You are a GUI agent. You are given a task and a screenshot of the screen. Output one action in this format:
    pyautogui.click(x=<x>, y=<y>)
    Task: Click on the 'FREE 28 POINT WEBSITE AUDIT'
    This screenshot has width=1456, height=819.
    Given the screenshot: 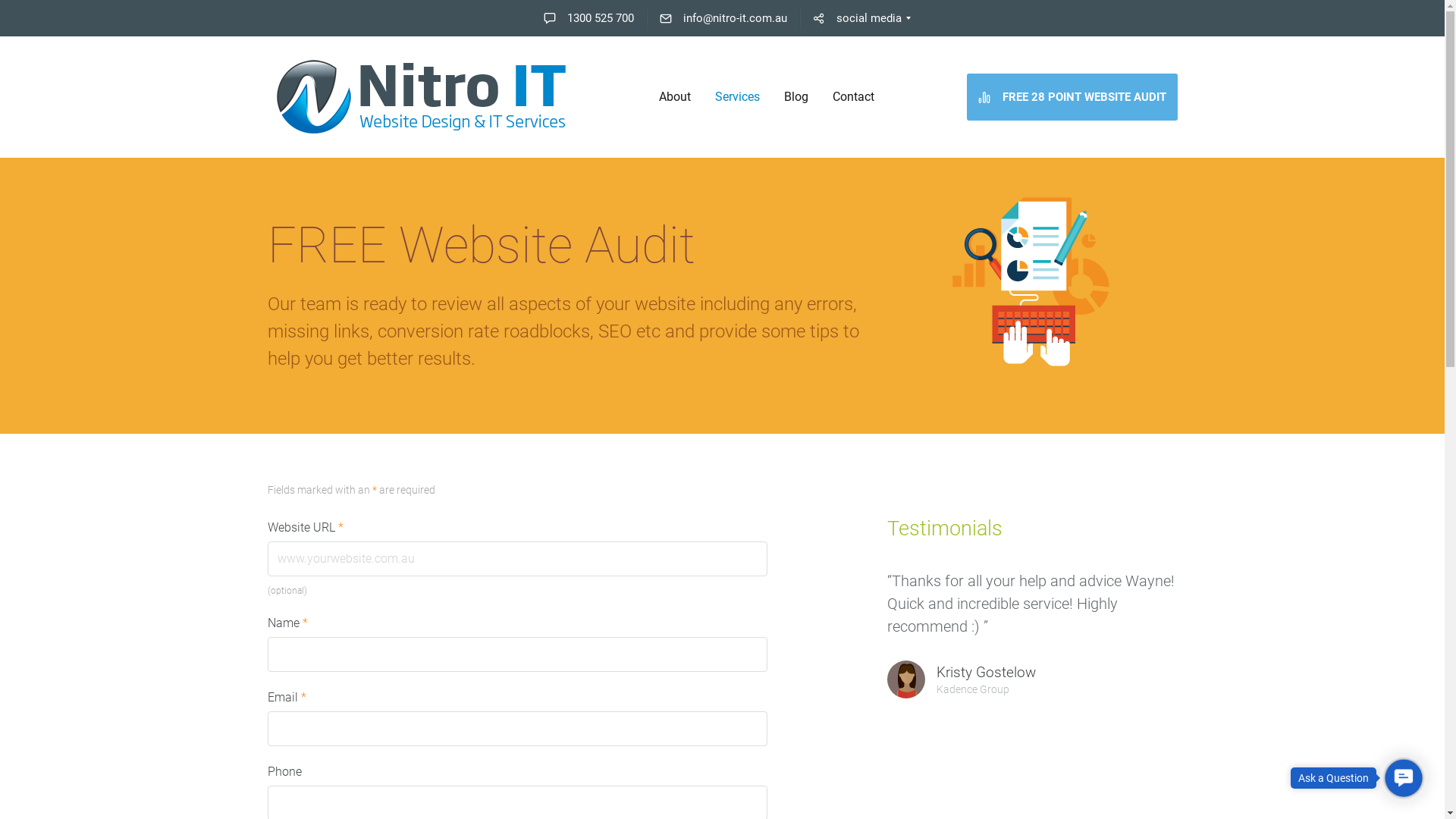 What is the action you would take?
    pyautogui.click(x=965, y=96)
    